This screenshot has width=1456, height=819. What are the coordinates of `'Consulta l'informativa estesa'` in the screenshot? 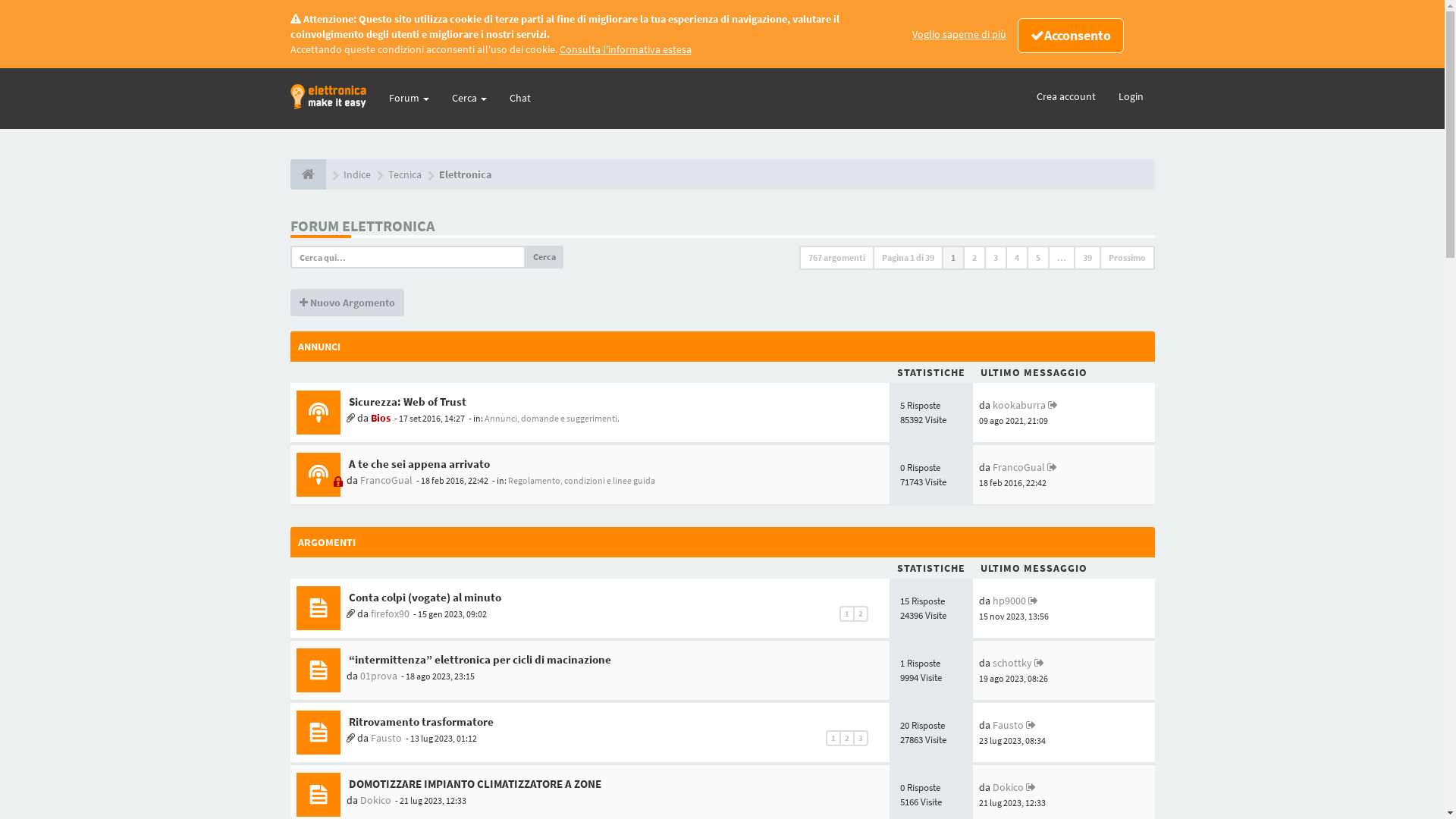 It's located at (626, 49).